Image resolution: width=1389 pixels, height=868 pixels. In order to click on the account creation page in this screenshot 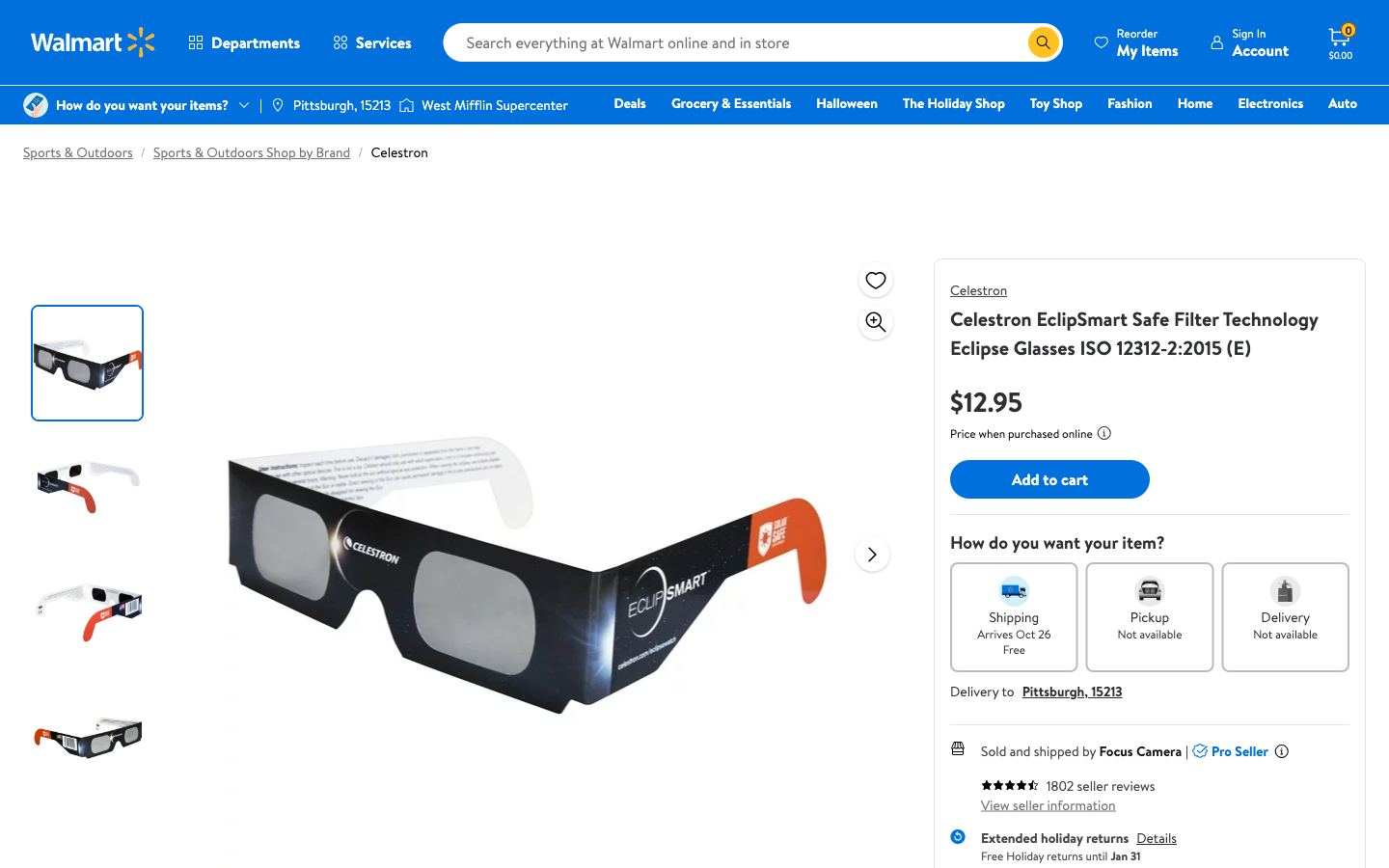, I will do `click(1248, 41)`.